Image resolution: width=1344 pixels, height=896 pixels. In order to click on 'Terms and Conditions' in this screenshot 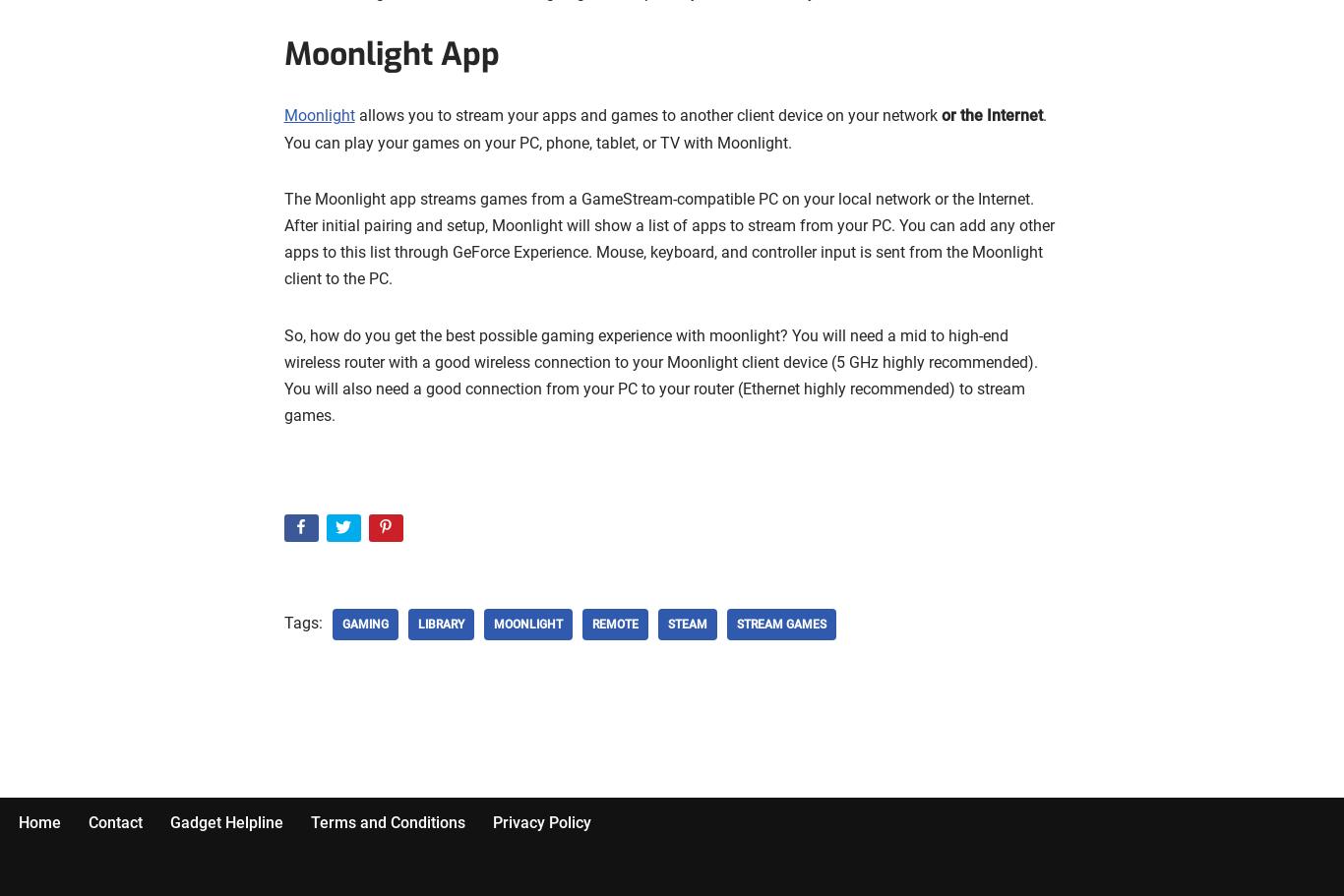, I will do `click(387, 820)`.